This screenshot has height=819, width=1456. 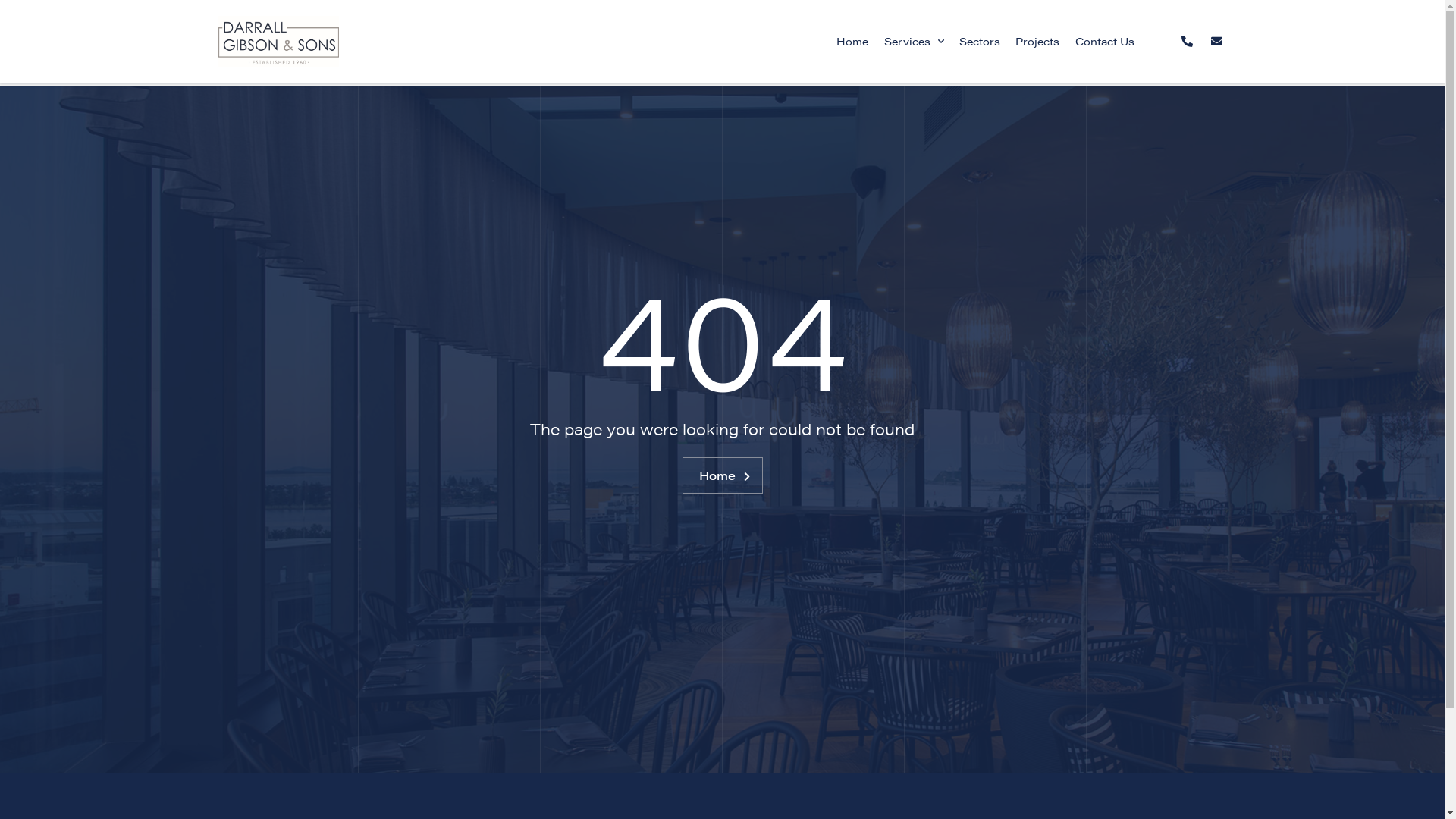 What do you see at coordinates (682, 475) in the screenshot?
I see `'Home'` at bounding box center [682, 475].